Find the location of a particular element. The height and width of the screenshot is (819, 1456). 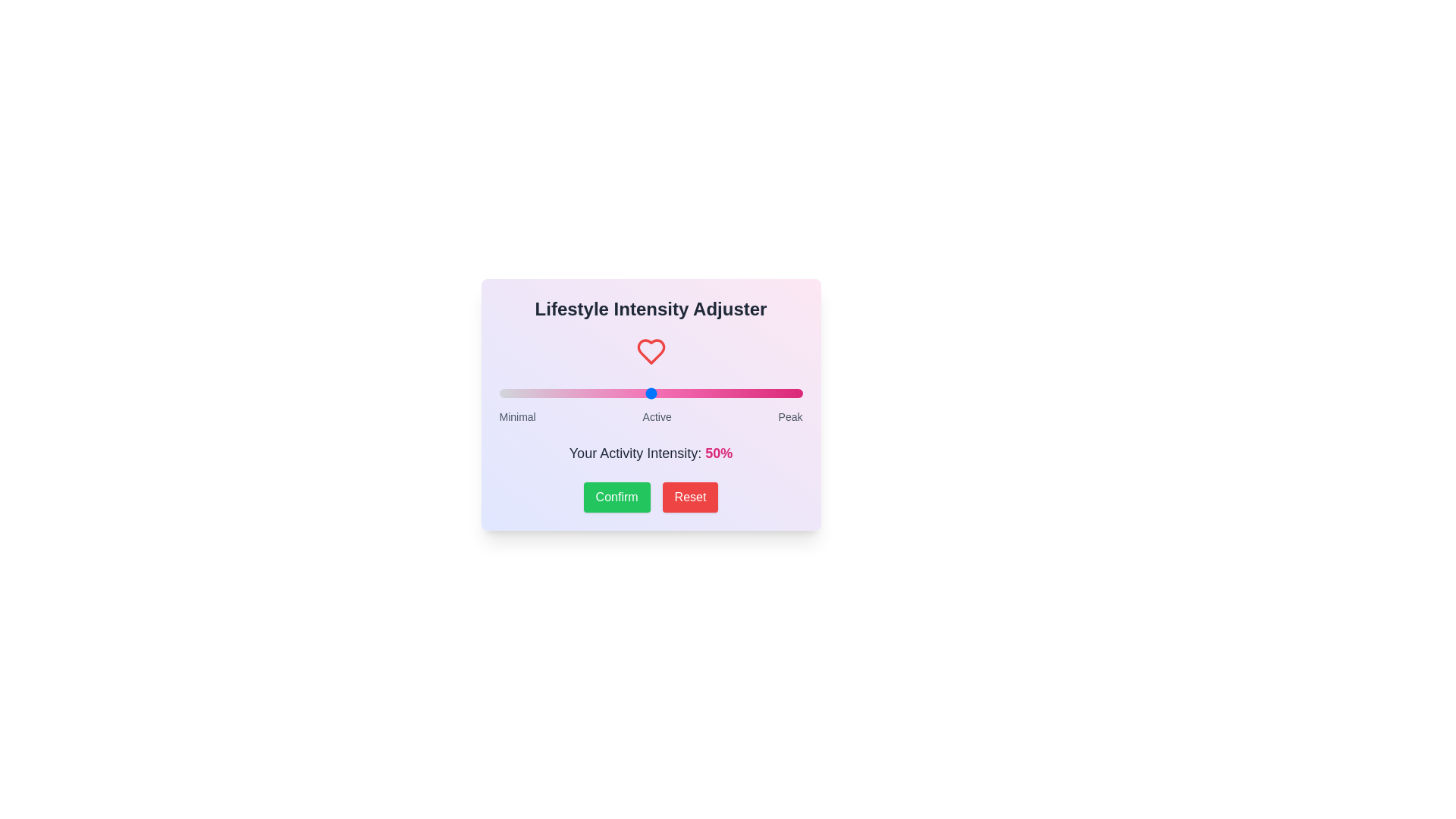

the slider to set the intensity to 18% is located at coordinates (553, 393).